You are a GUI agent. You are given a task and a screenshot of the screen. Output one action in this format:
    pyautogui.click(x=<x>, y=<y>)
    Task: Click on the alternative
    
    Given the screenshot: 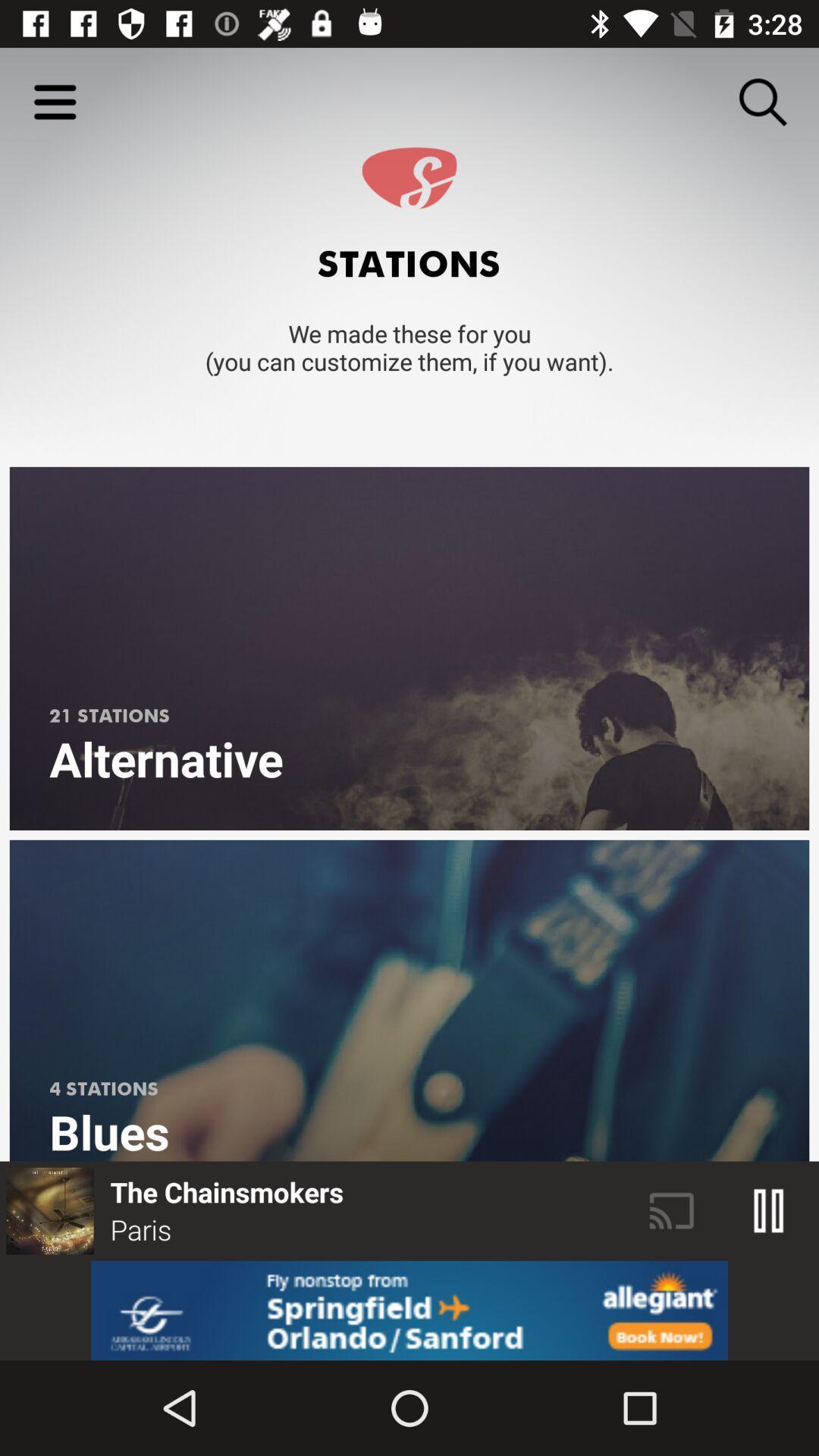 What is the action you would take?
    pyautogui.click(x=409, y=648)
    